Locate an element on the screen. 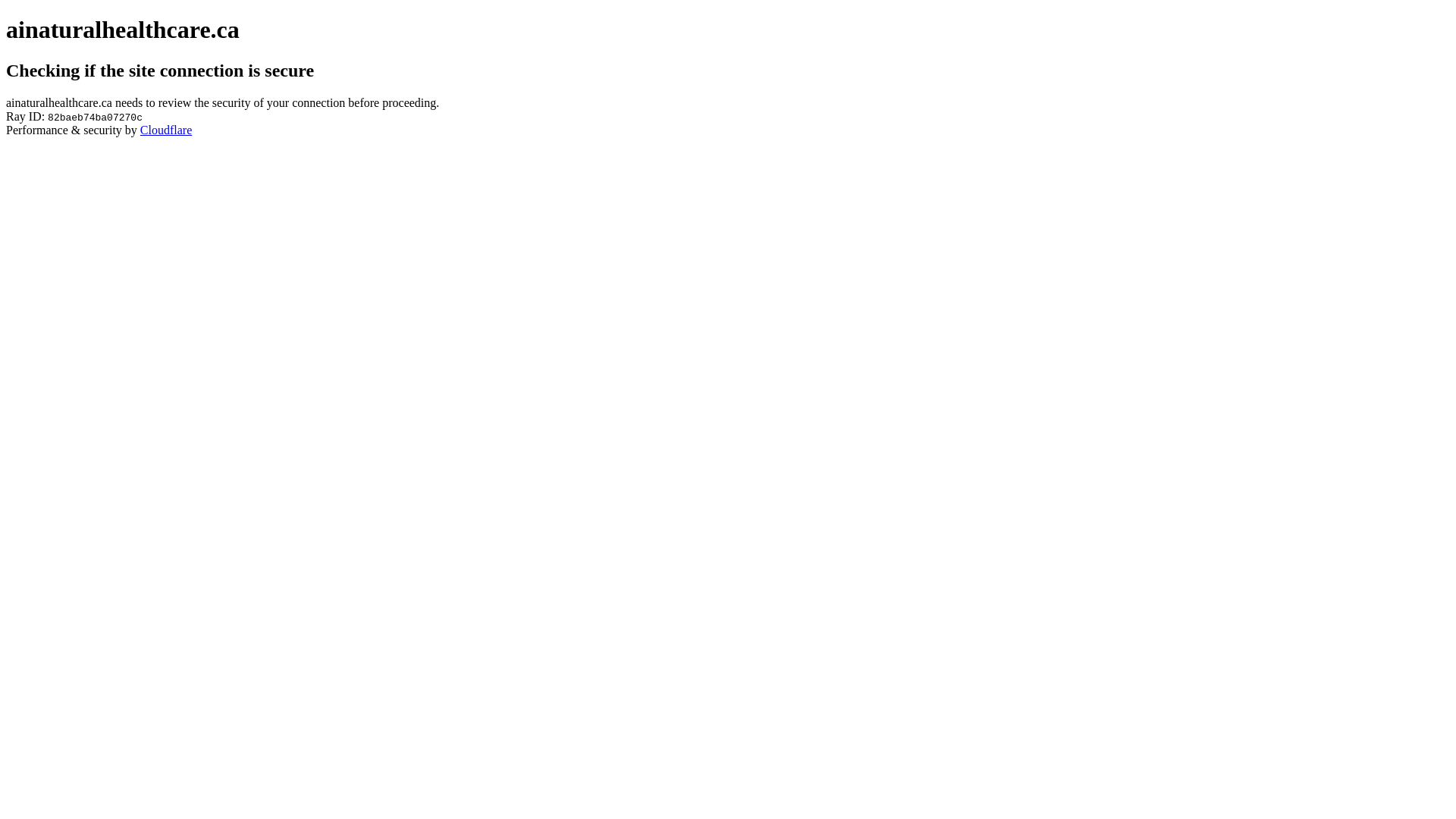 Image resolution: width=1456 pixels, height=819 pixels. 'Cloudflare' is located at coordinates (166, 129).